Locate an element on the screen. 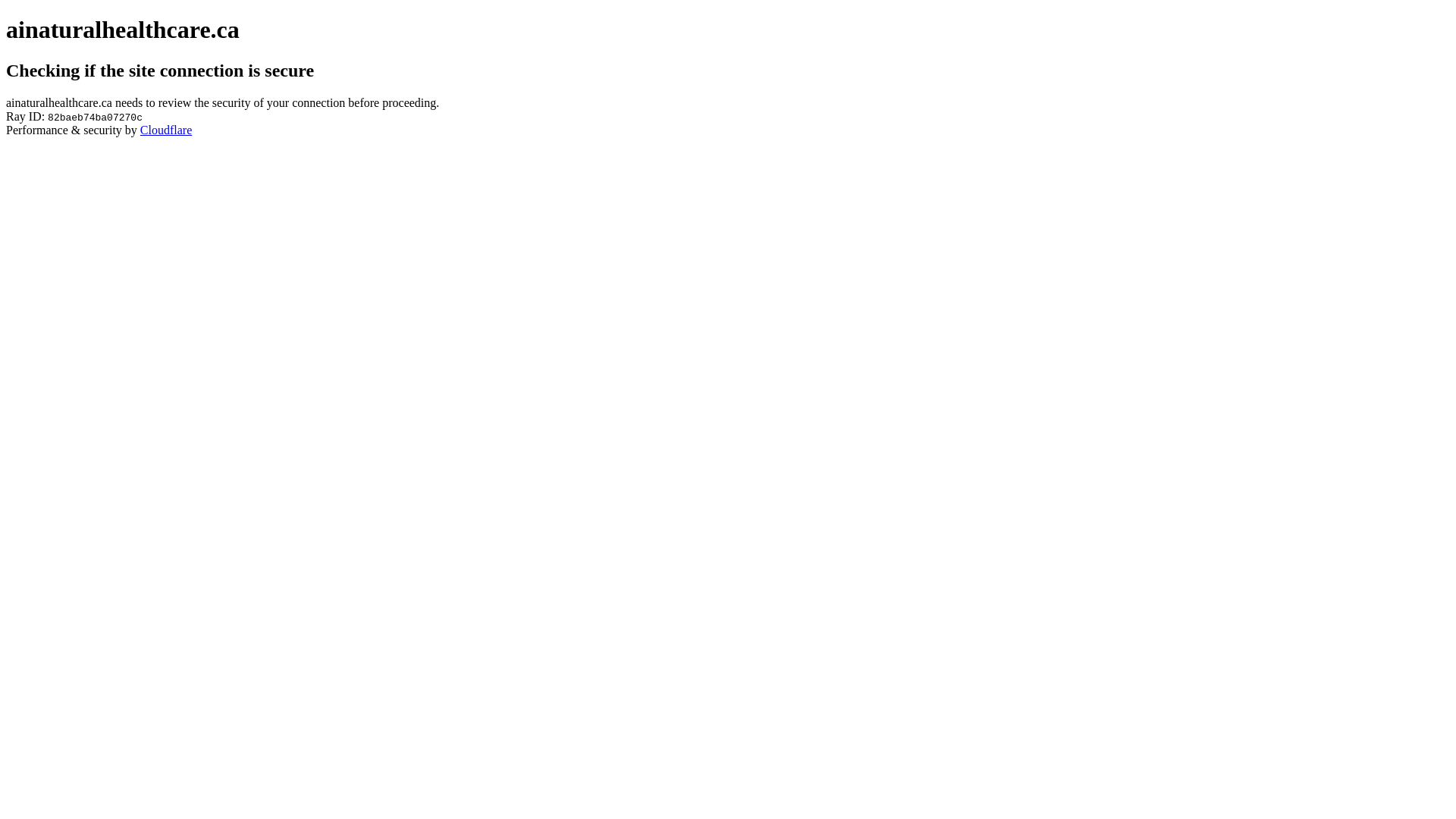 Image resolution: width=1456 pixels, height=819 pixels. 'Cloudflare' is located at coordinates (166, 129).